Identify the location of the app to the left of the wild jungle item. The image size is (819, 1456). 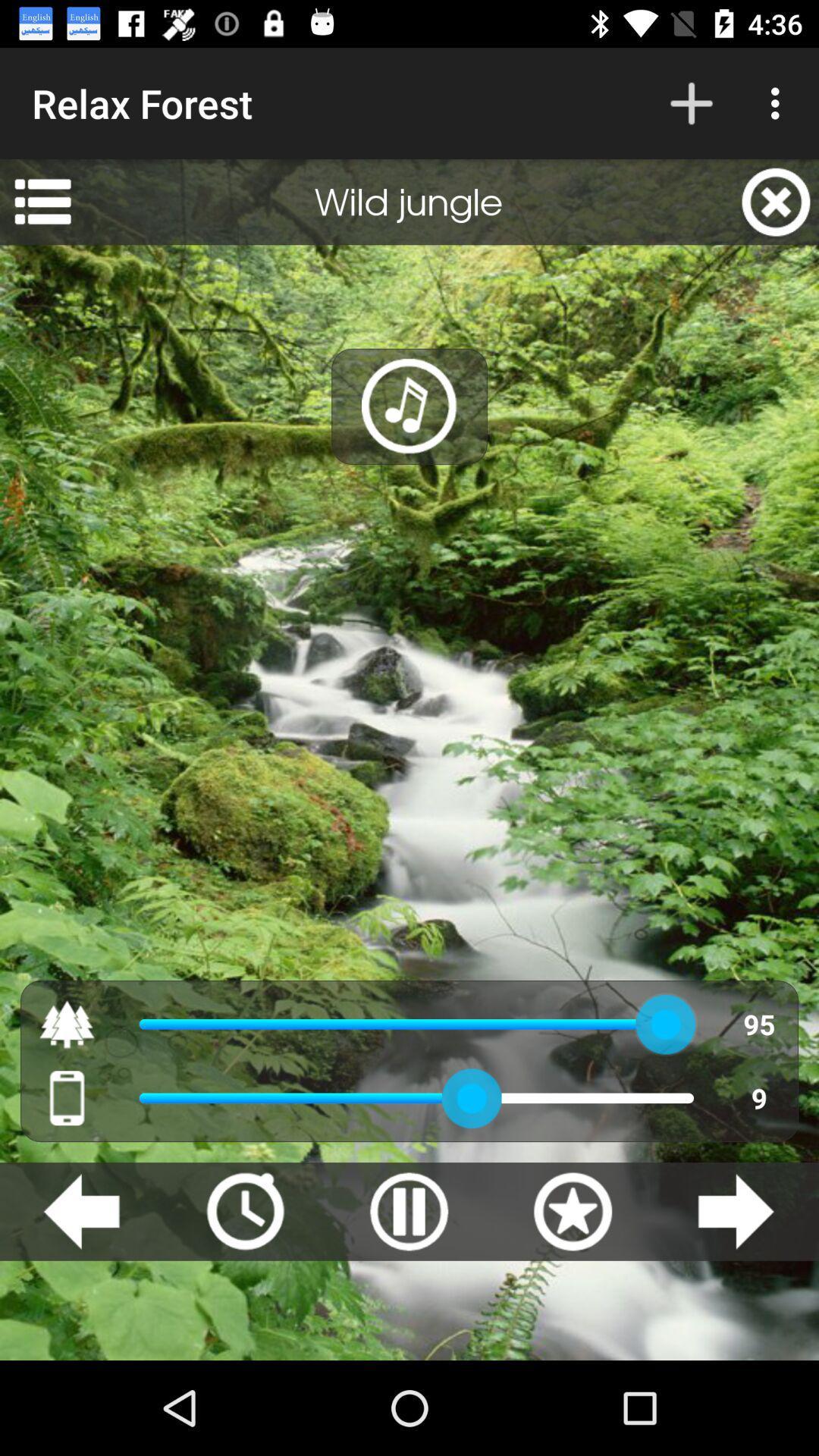
(42, 201).